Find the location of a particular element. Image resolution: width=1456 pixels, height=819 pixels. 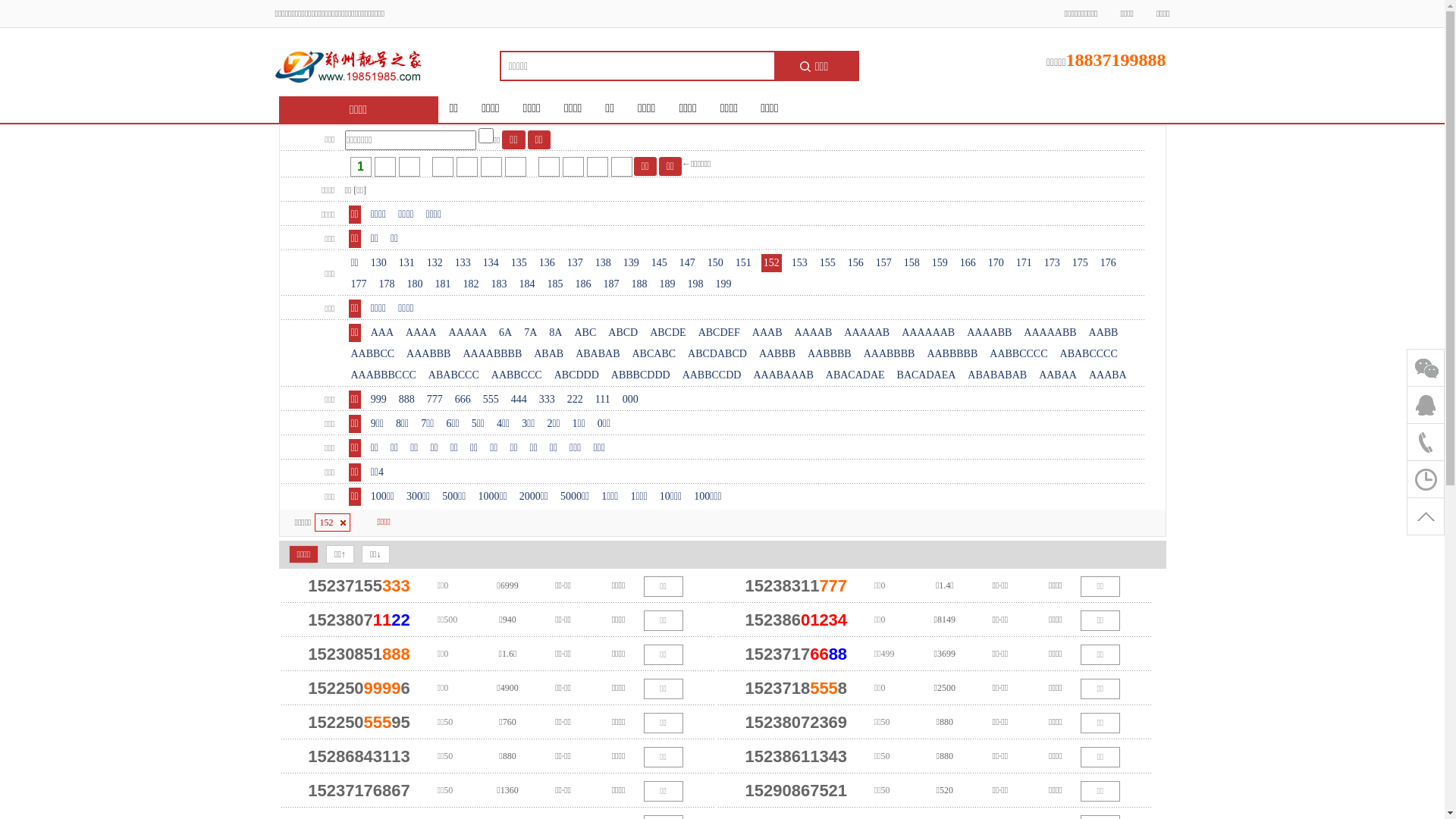

'ABAB' is located at coordinates (531, 353).